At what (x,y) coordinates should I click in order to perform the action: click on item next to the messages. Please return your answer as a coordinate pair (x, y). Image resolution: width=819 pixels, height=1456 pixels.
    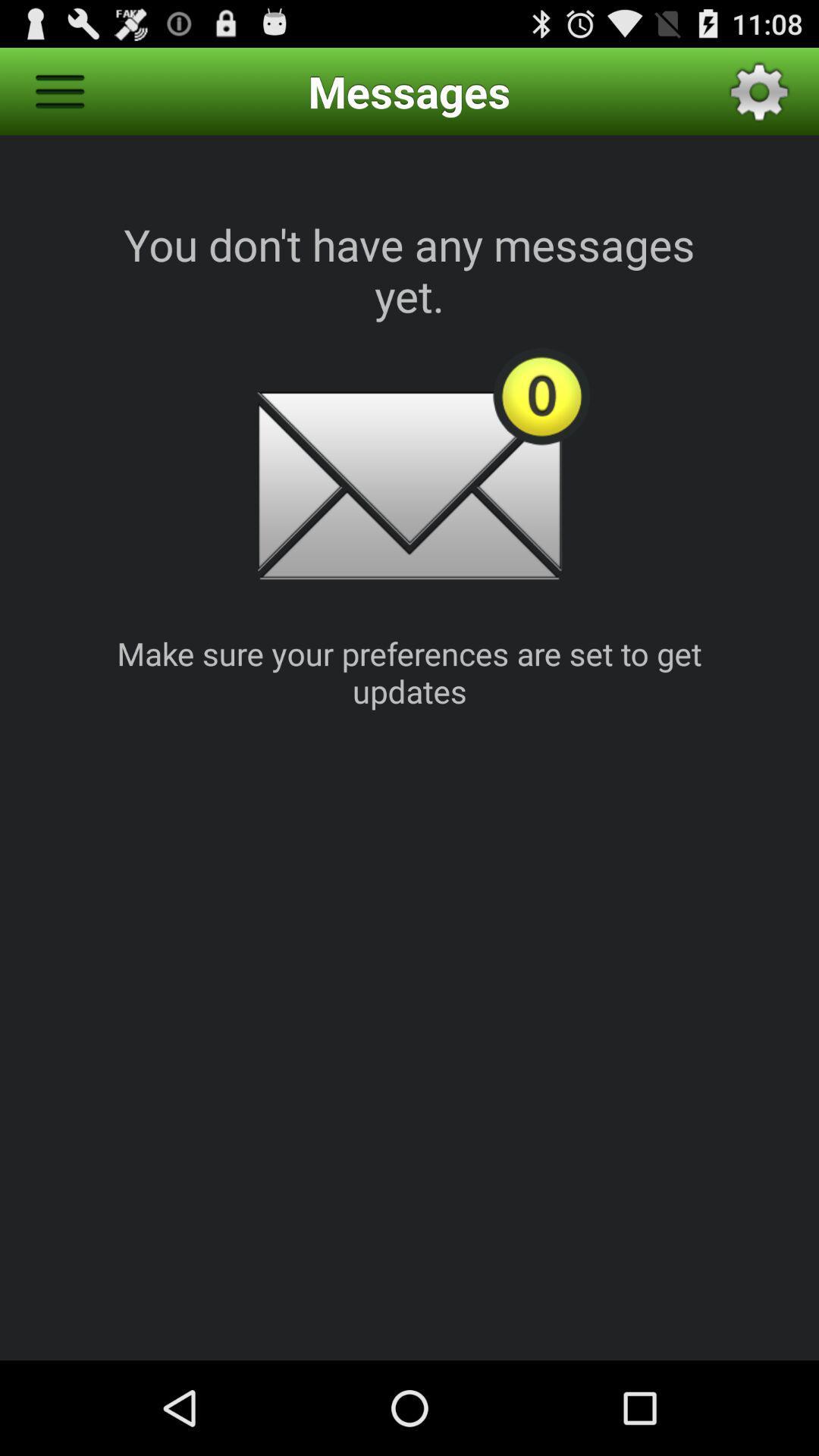
    Looking at the image, I should click on (58, 90).